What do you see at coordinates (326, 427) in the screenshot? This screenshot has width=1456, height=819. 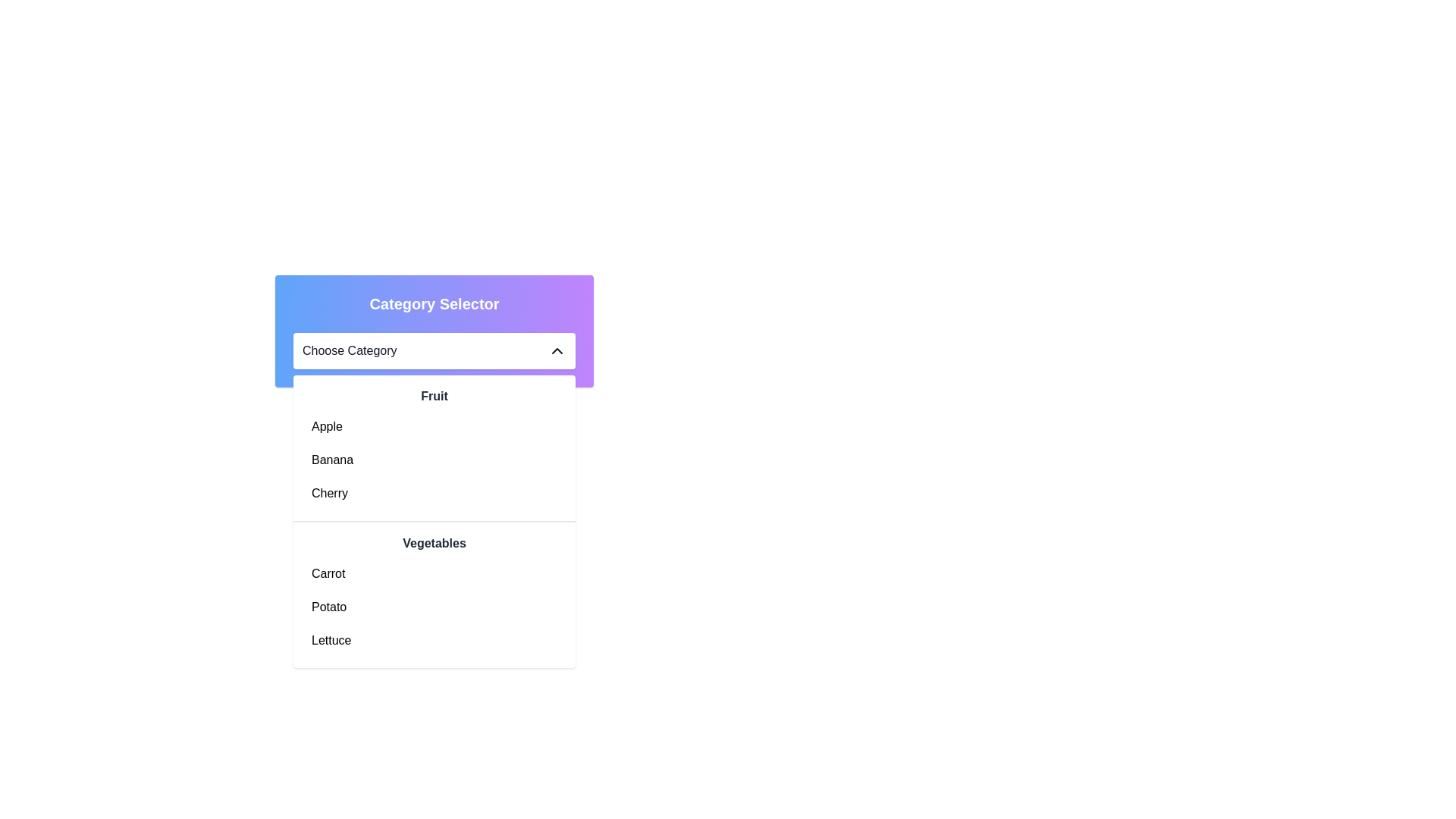 I see `the 'Apple' option in the Fruit category selection dropdown menu` at bounding box center [326, 427].